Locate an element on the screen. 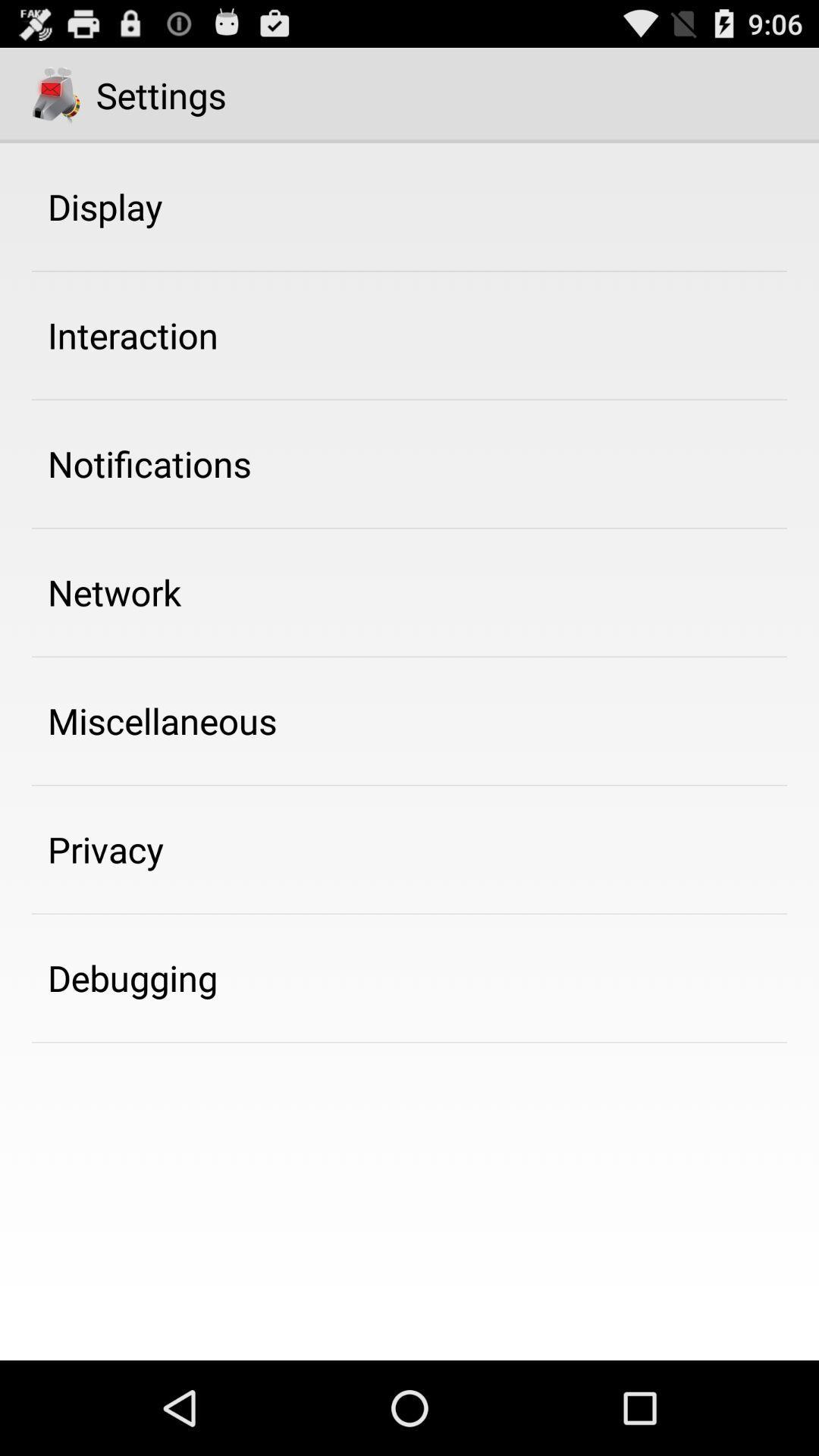  the app below notifications icon is located at coordinates (114, 591).